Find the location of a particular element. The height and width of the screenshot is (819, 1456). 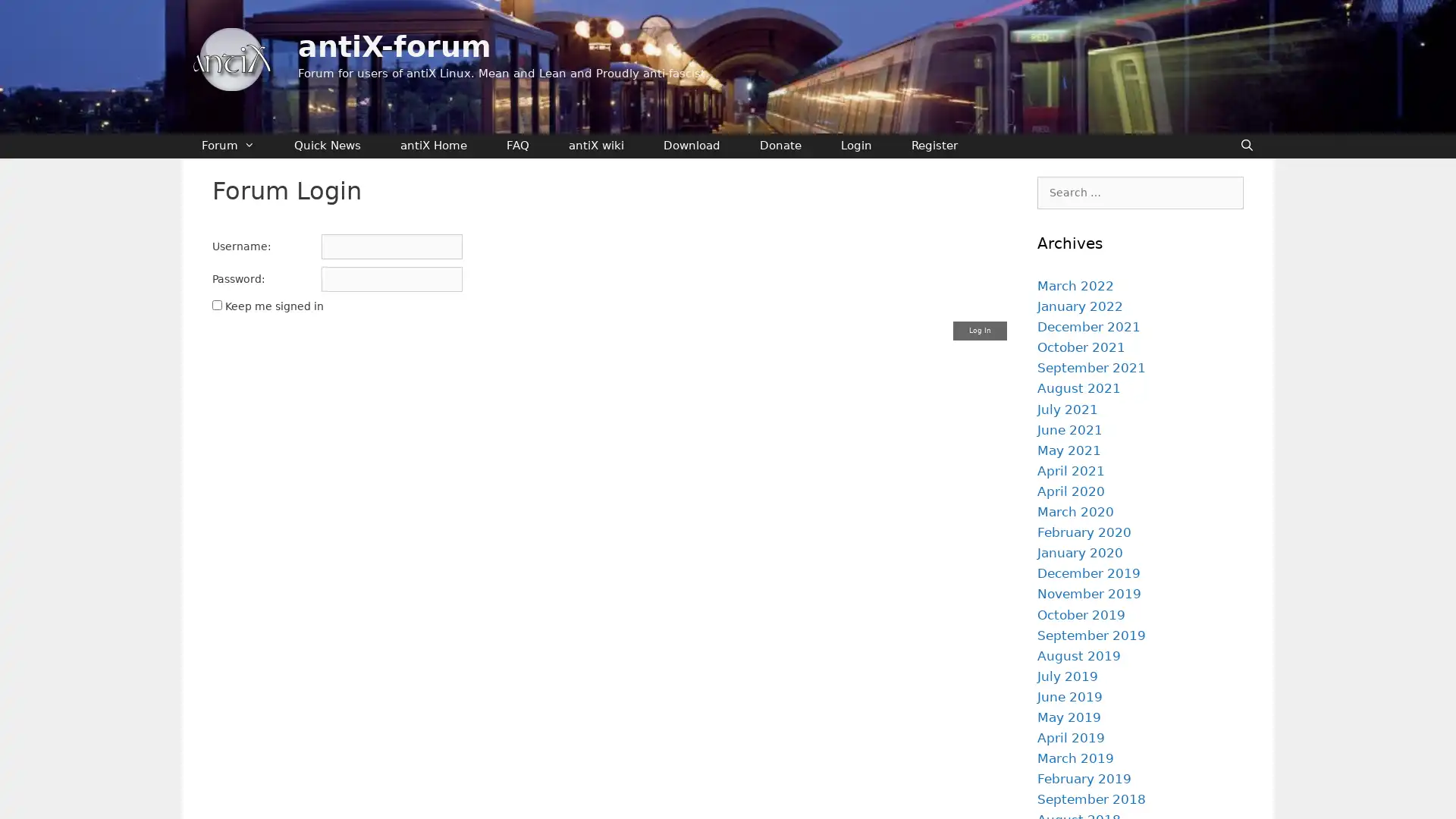

Log In is located at coordinates (980, 329).